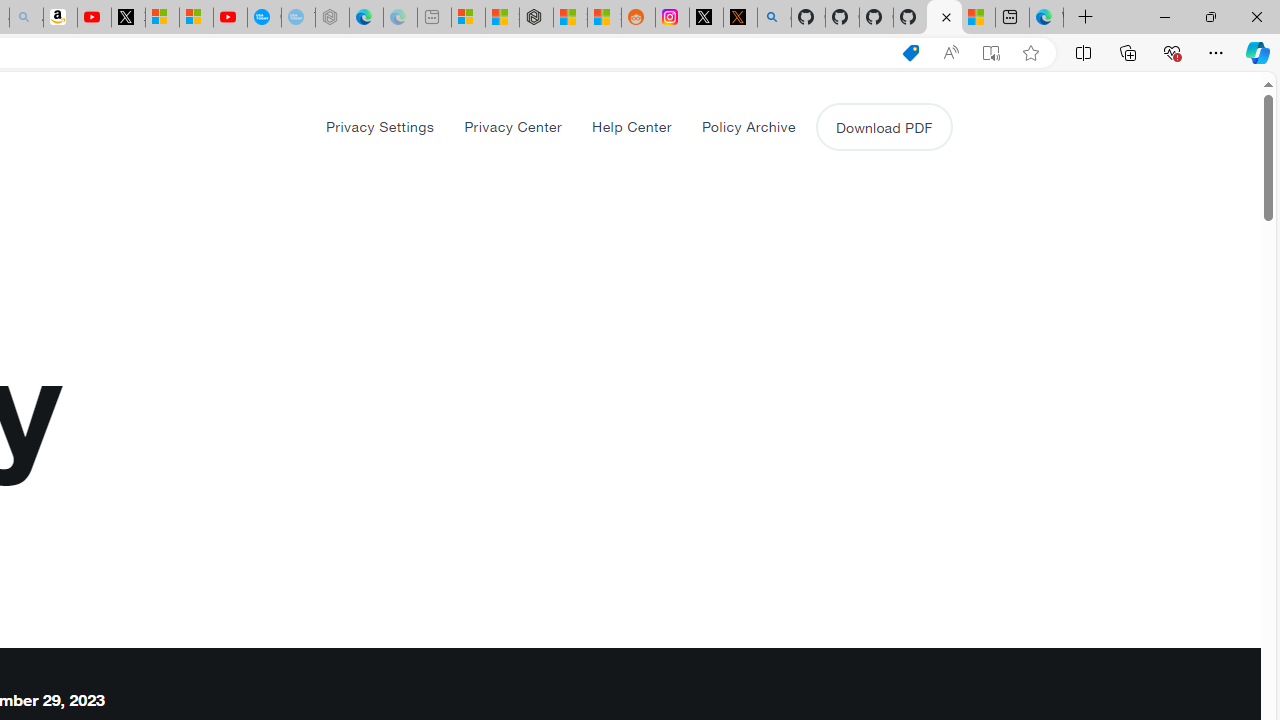 The image size is (1280, 720). Describe the element at coordinates (706, 17) in the screenshot. I see `'Log in to X / X'` at that location.